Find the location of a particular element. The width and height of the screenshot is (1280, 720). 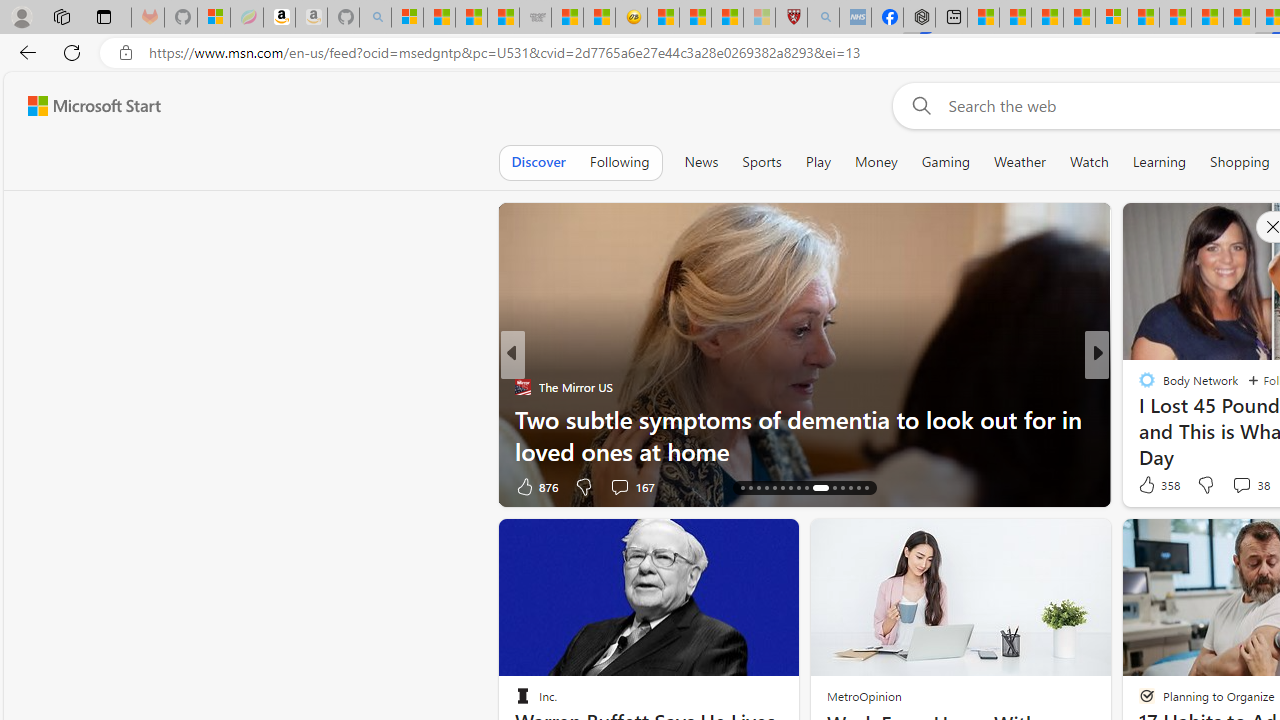

'list of asthma inhalers uk - Search - Sleeping' is located at coordinates (823, 17).